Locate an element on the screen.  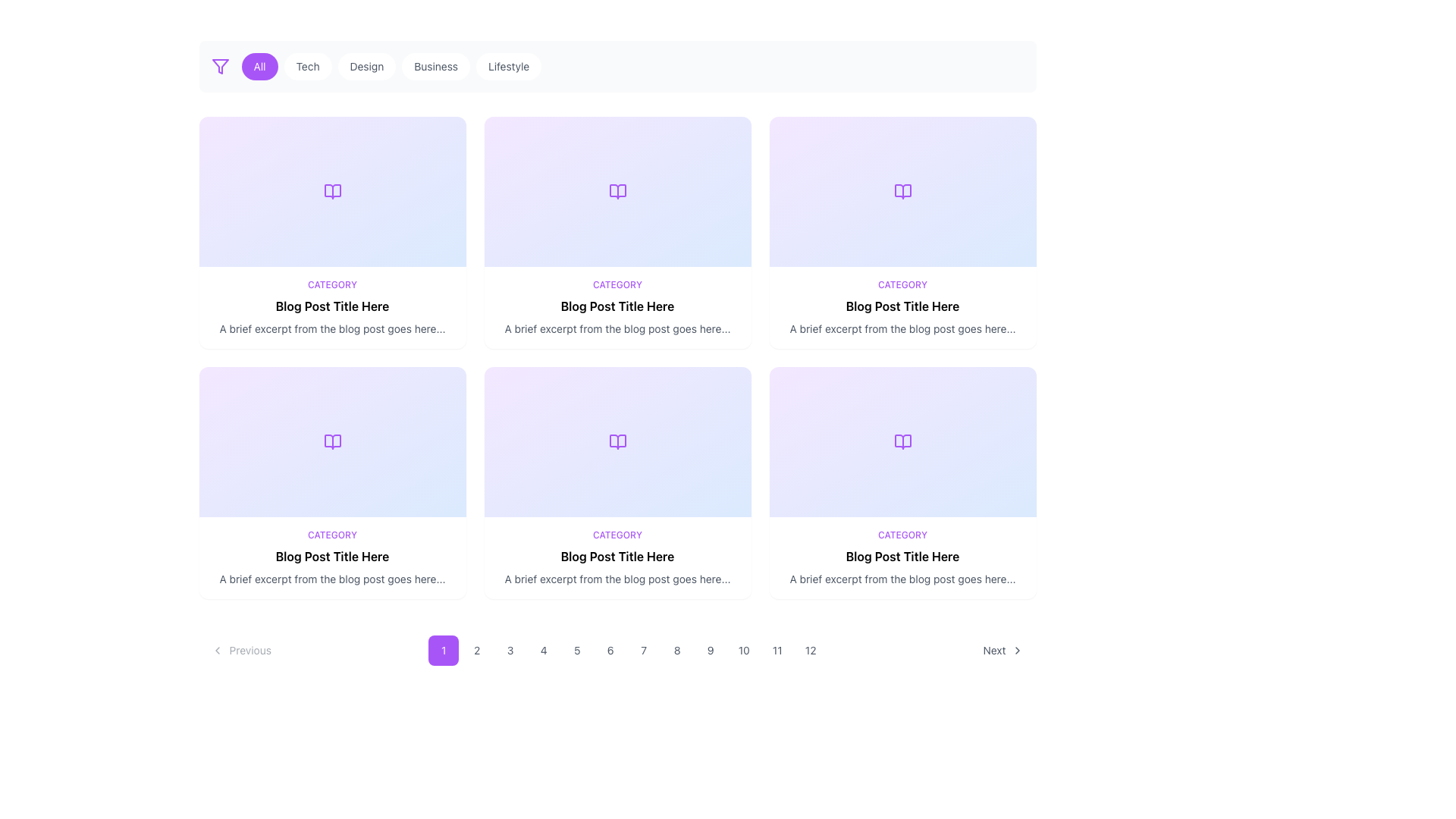
the circular pagination button with the white number '8' is located at coordinates (676, 649).